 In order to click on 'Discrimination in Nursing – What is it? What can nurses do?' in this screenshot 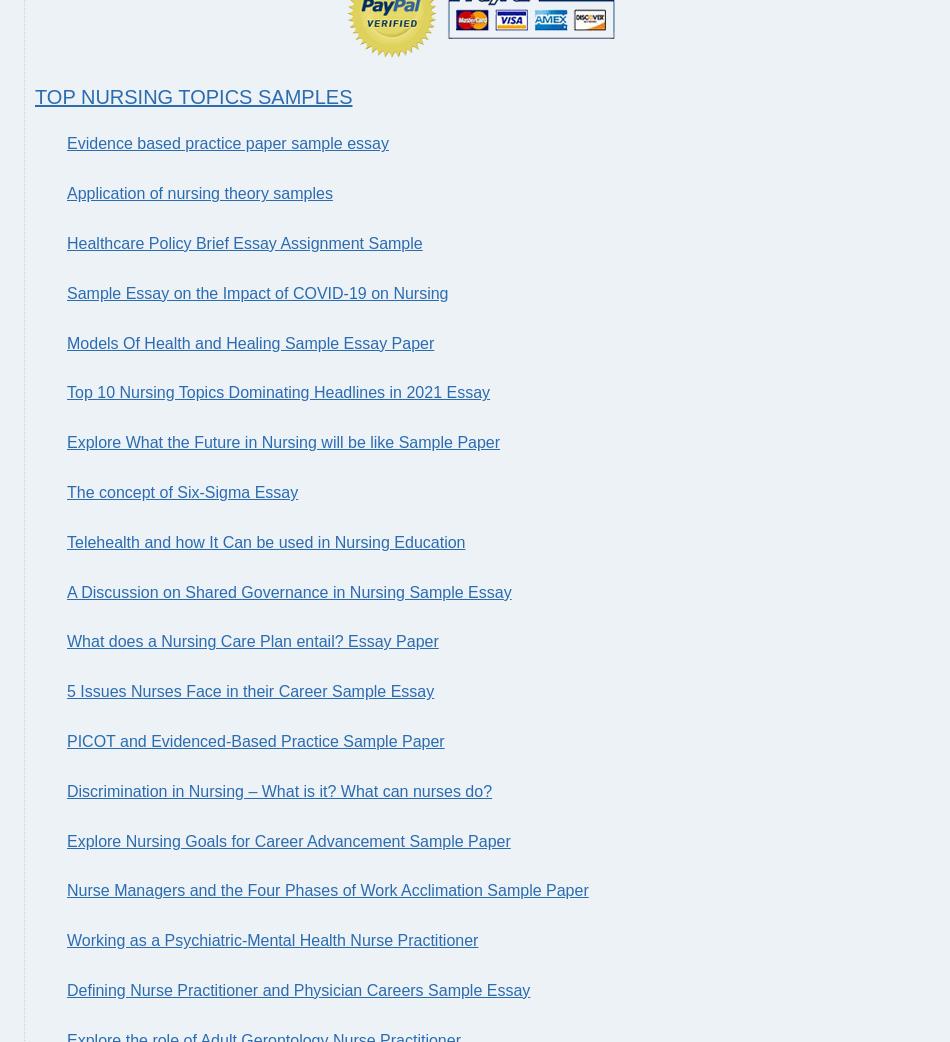, I will do `click(278, 790)`.